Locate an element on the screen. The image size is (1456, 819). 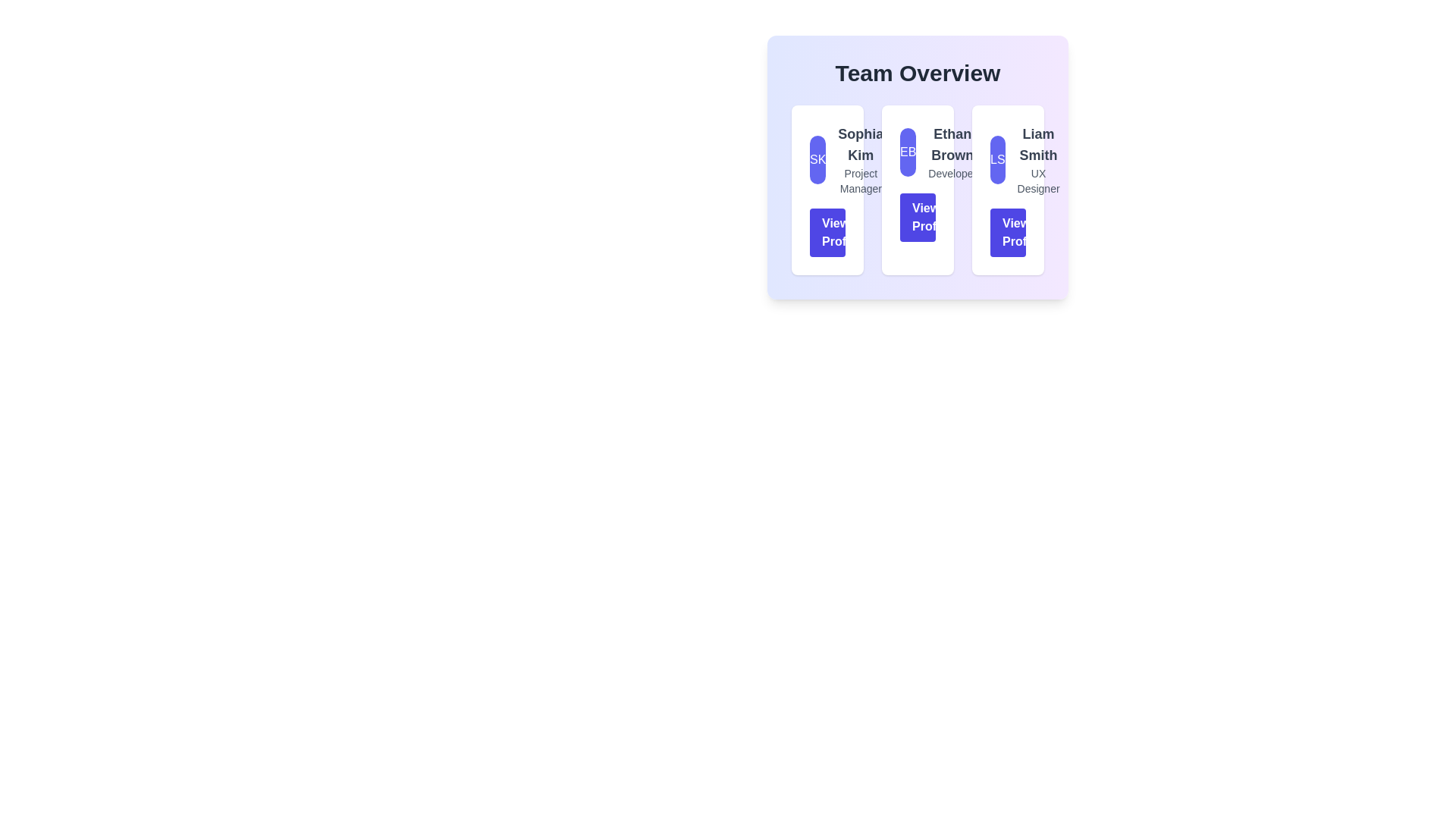
the text label displaying 'Developer', which is styled in gray and positioned below 'Ethan Brown' in the Team Overview card layout is located at coordinates (952, 172).